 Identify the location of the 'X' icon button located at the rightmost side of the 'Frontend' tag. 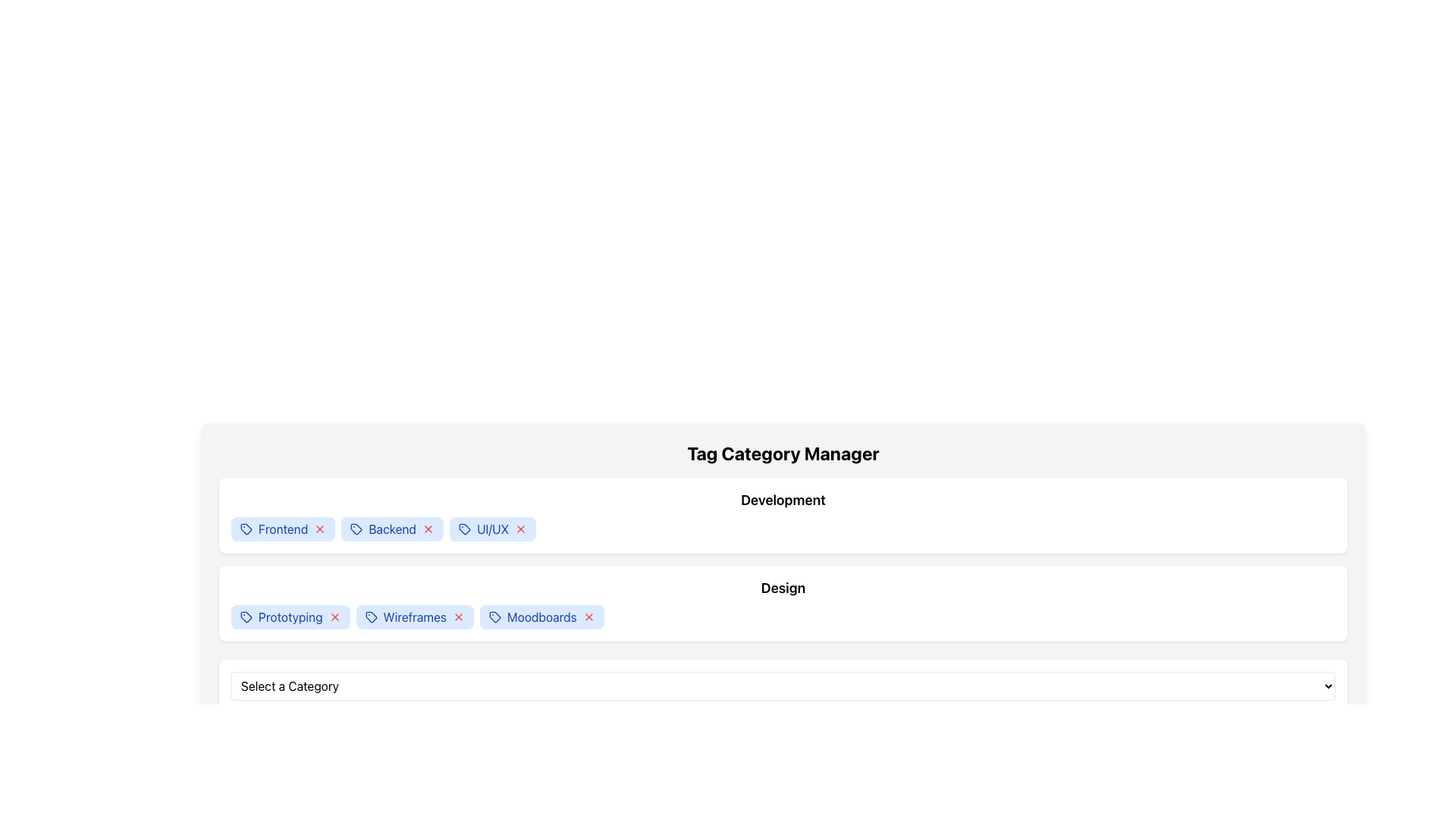
(319, 529).